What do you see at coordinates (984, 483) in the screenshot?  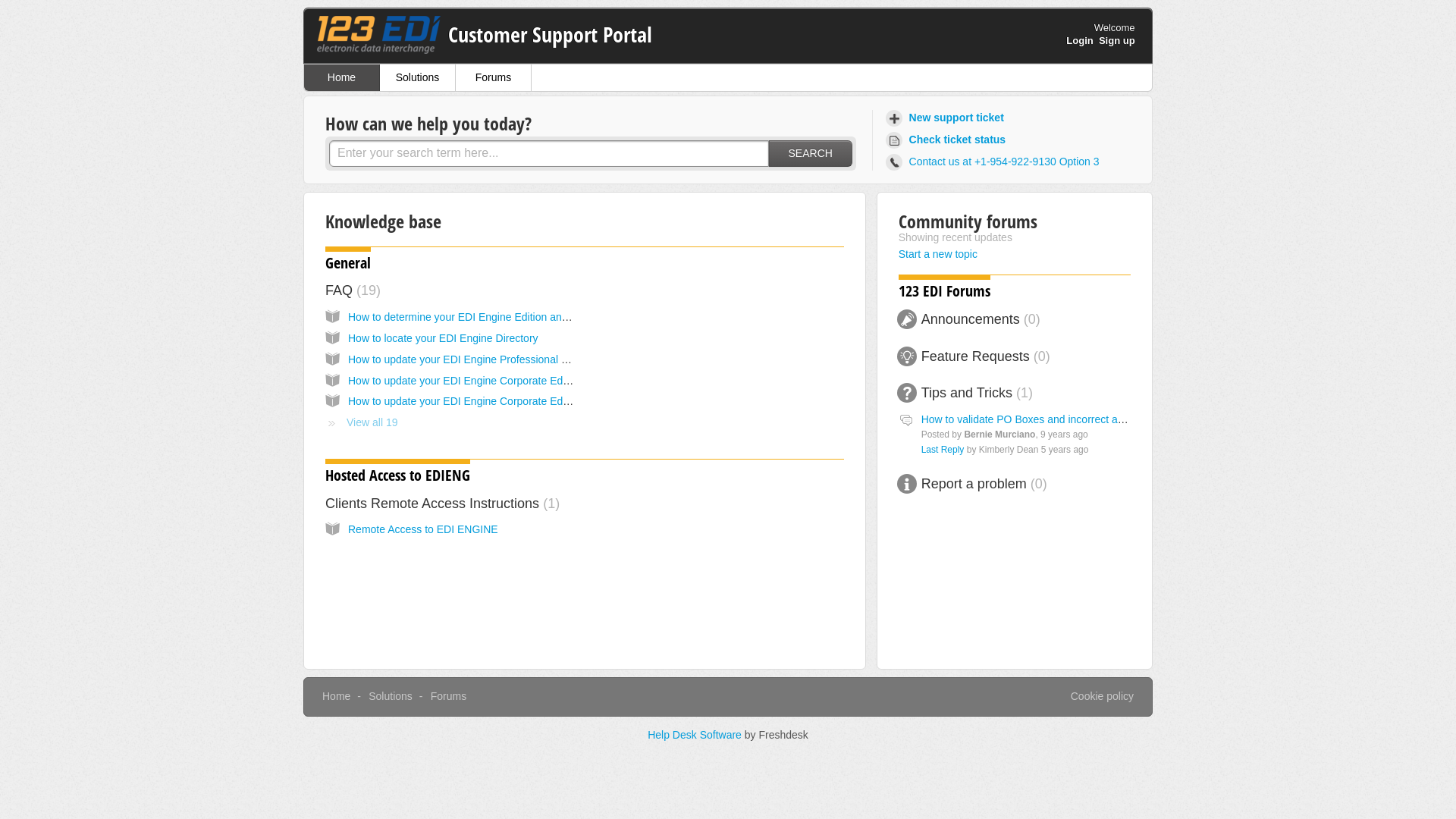 I see `'Report a problem 0'` at bounding box center [984, 483].